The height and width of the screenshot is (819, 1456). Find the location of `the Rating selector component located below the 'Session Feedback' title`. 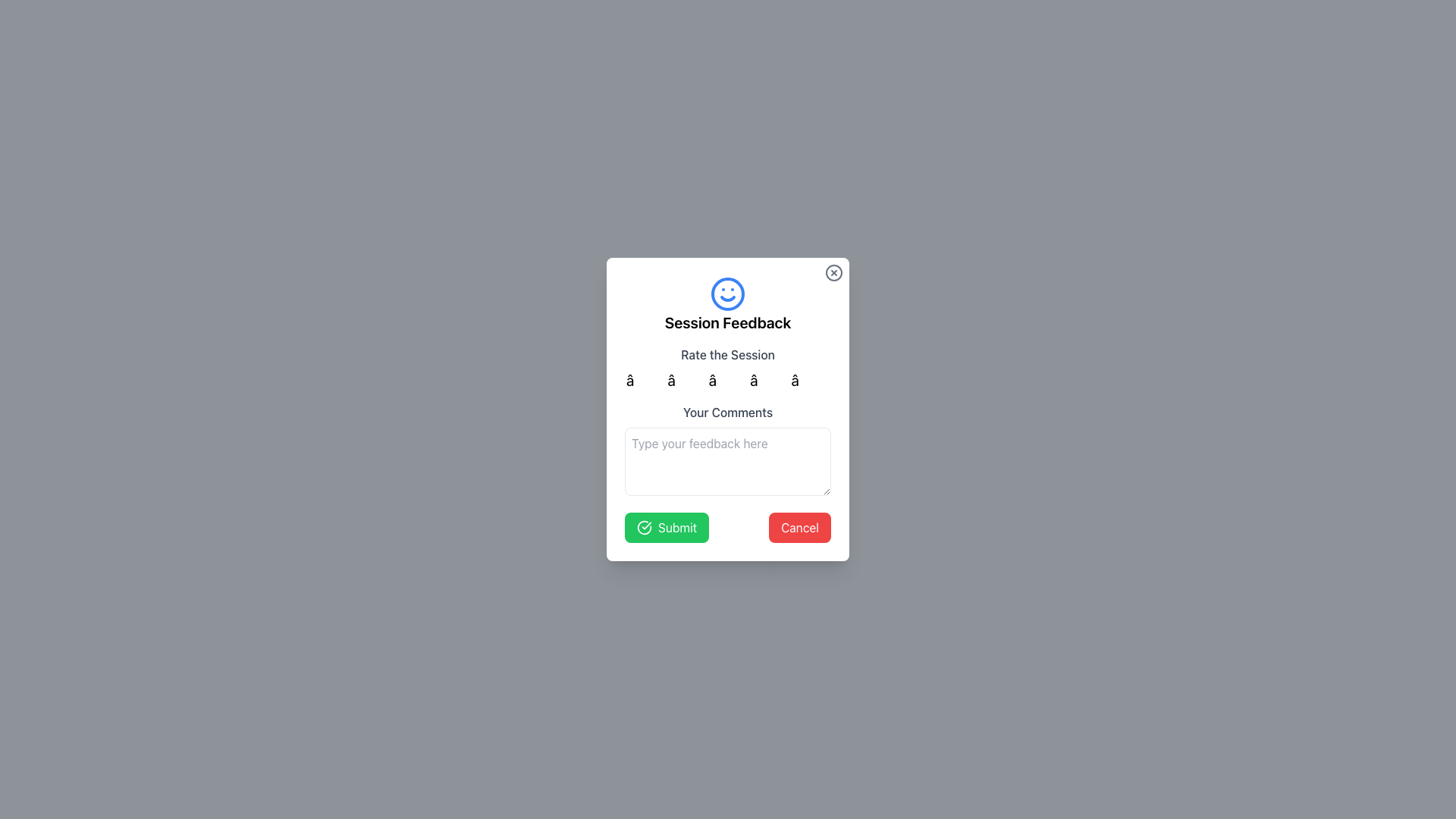

the Rating selector component located below the 'Session Feedback' title is located at coordinates (728, 369).